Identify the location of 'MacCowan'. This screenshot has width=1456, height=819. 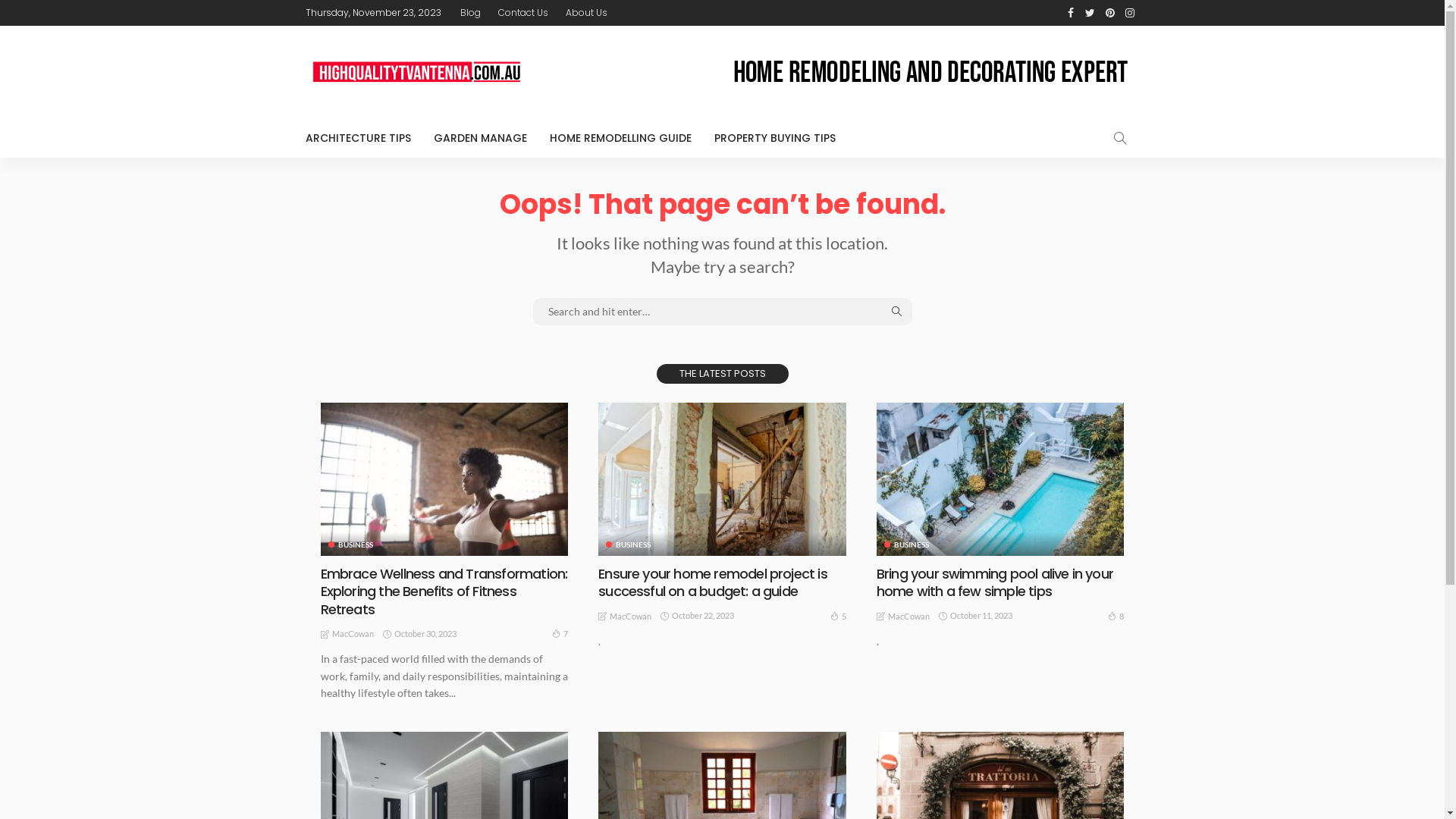
(908, 617).